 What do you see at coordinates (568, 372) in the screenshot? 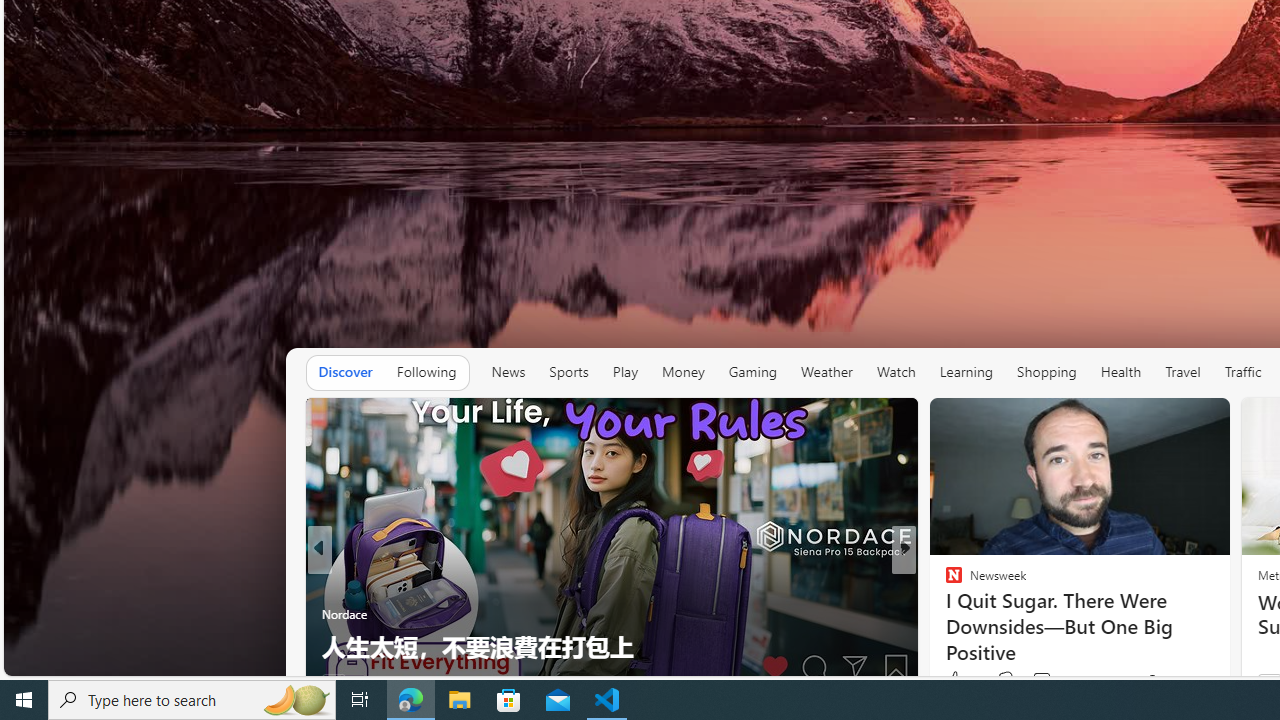
I see `'Sports'` at bounding box center [568, 372].